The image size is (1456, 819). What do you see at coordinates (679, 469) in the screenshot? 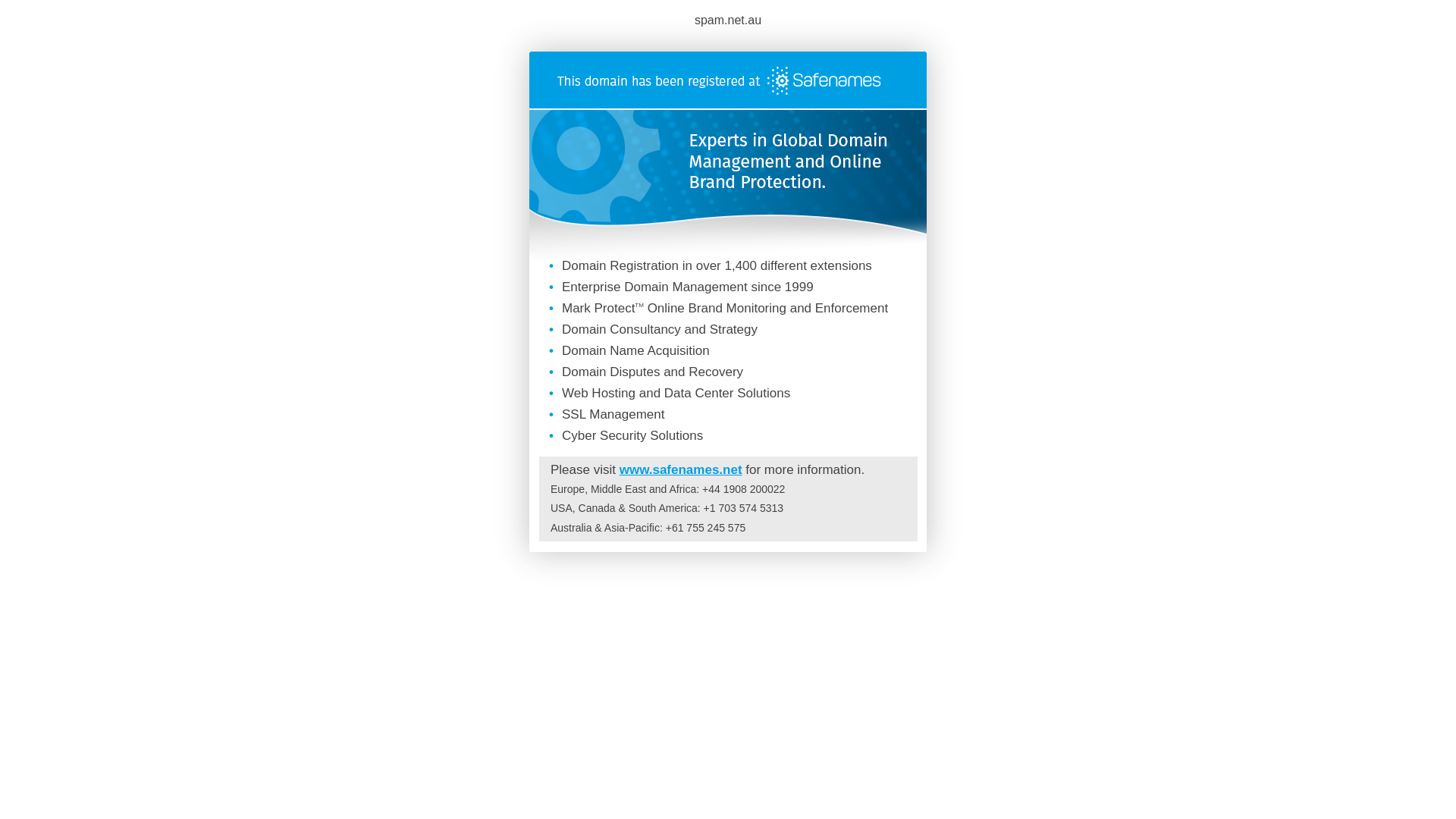
I see `'www.safenames.net'` at bounding box center [679, 469].